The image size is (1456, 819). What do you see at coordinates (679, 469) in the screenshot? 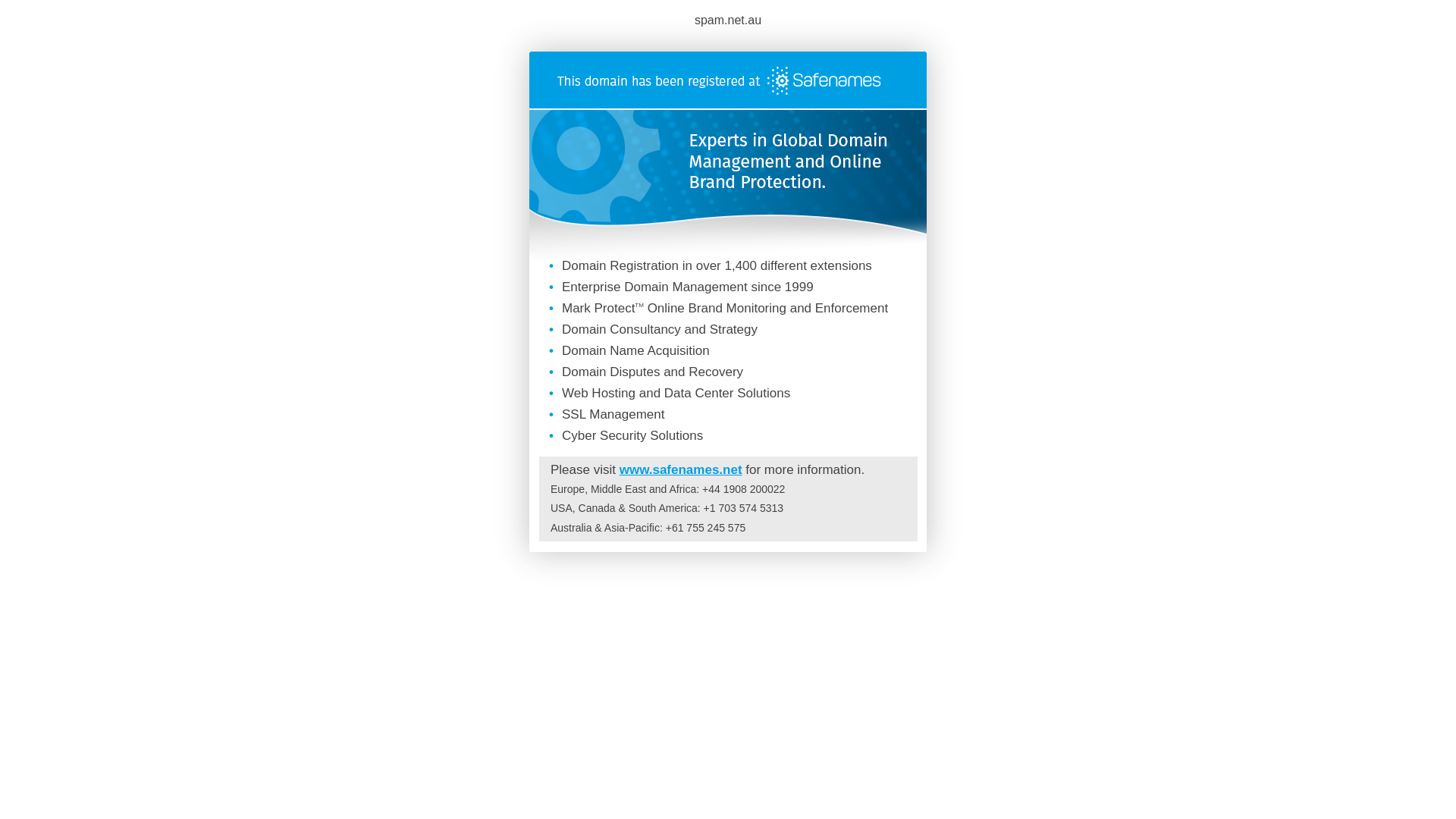
I see `'www.safenames.net'` at bounding box center [679, 469].